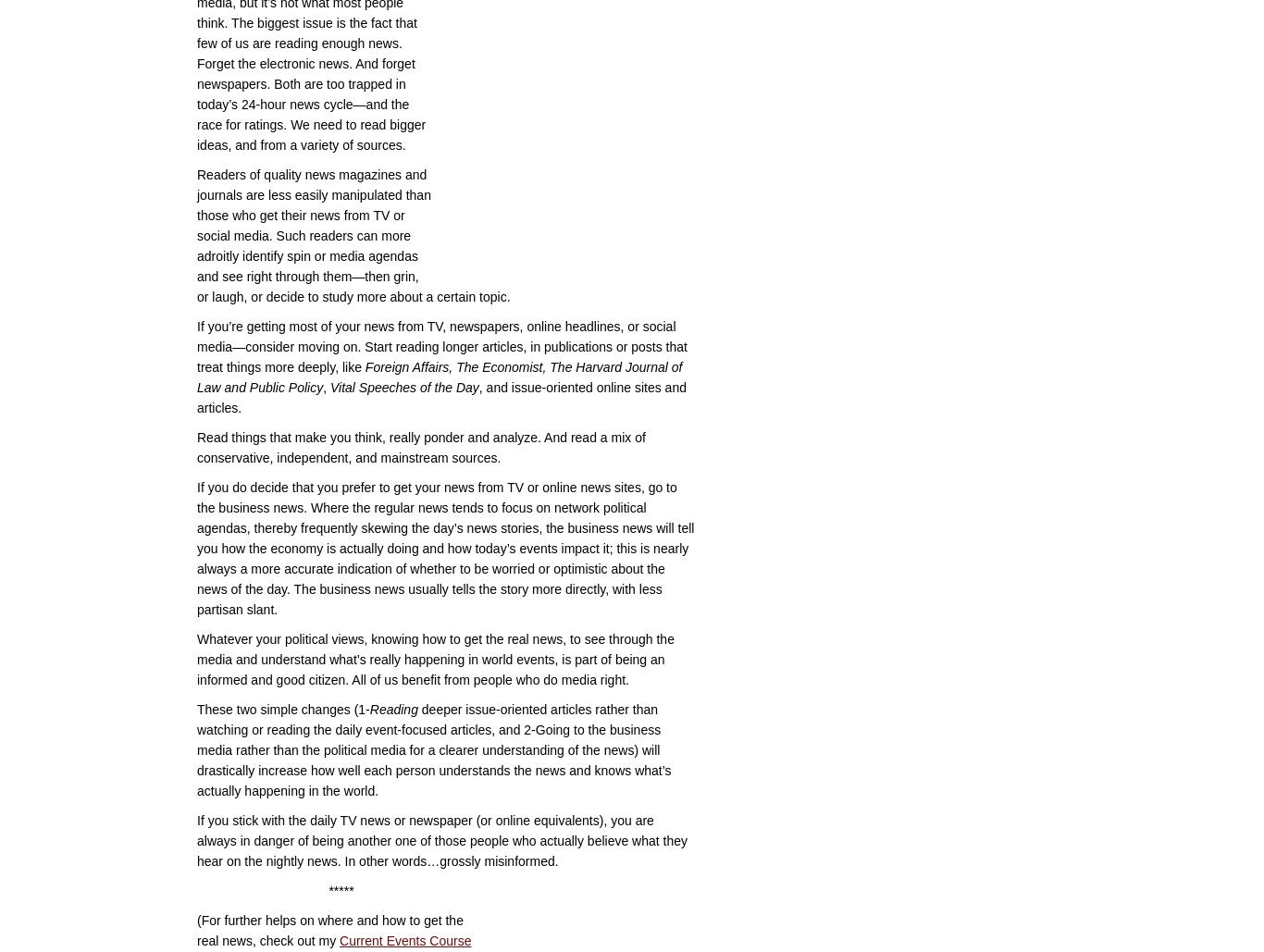 Image resolution: width=1264 pixels, height=952 pixels. Describe the element at coordinates (195, 397) in the screenshot. I see `', and issue-oriented online sites and articles.'` at that location.